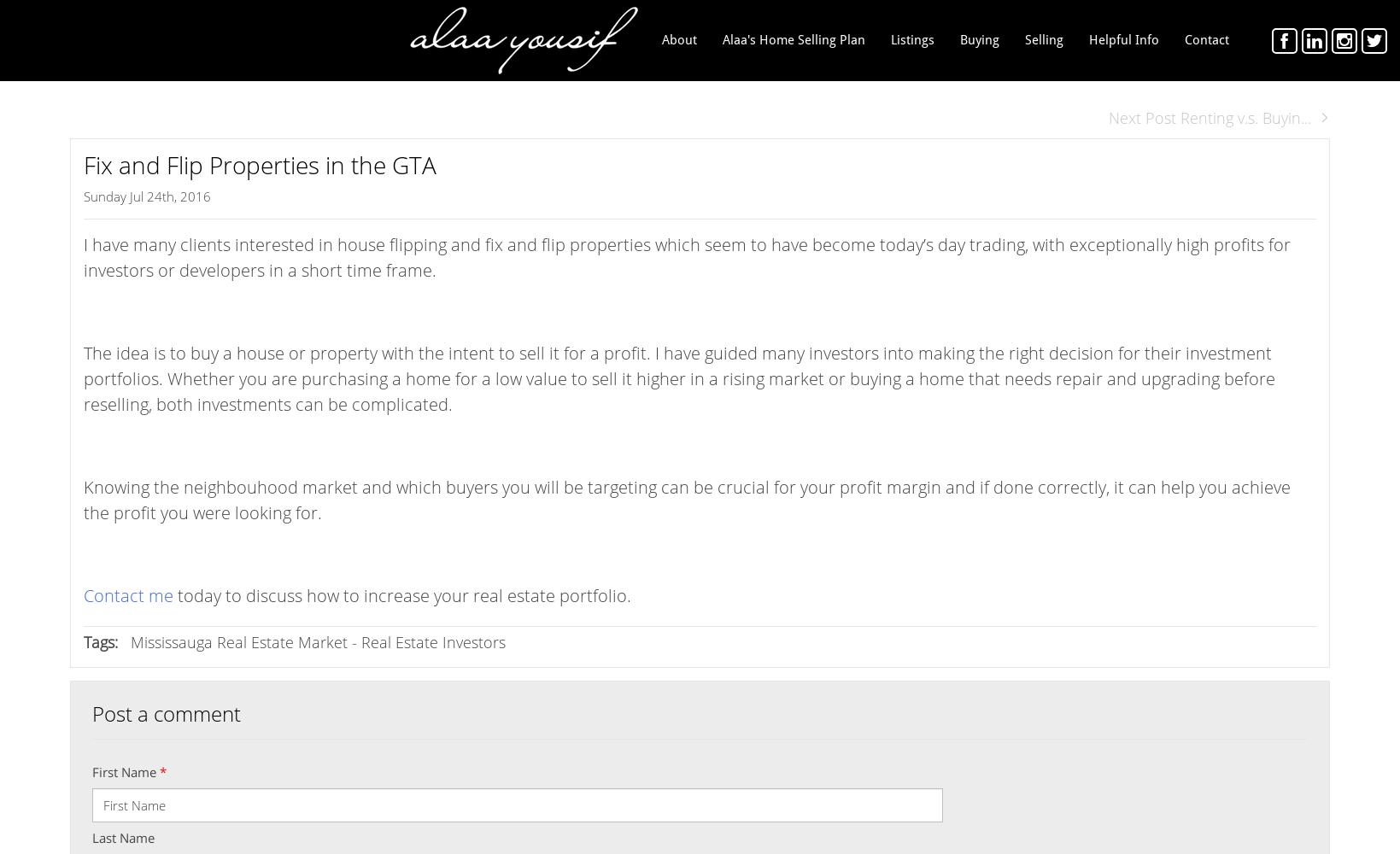 Image resolution: width=1400 pixels, height=854 pixels. I want to click on 'Mortgage Calculator', so click(1146, 220).